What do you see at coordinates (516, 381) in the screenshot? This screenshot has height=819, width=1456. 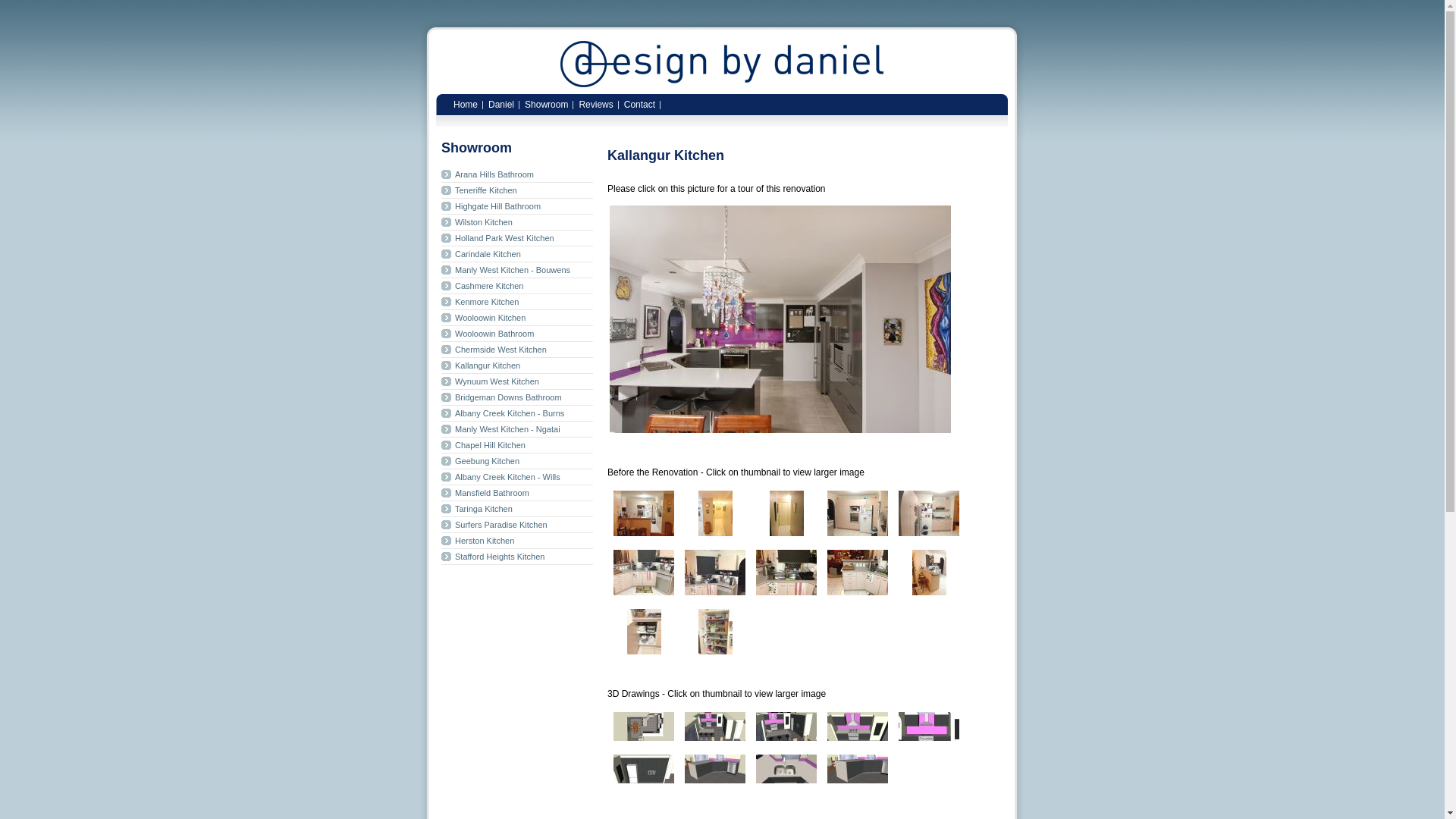 I see `'Wynuum West Kitchen'` at bounding box center [516, 381].